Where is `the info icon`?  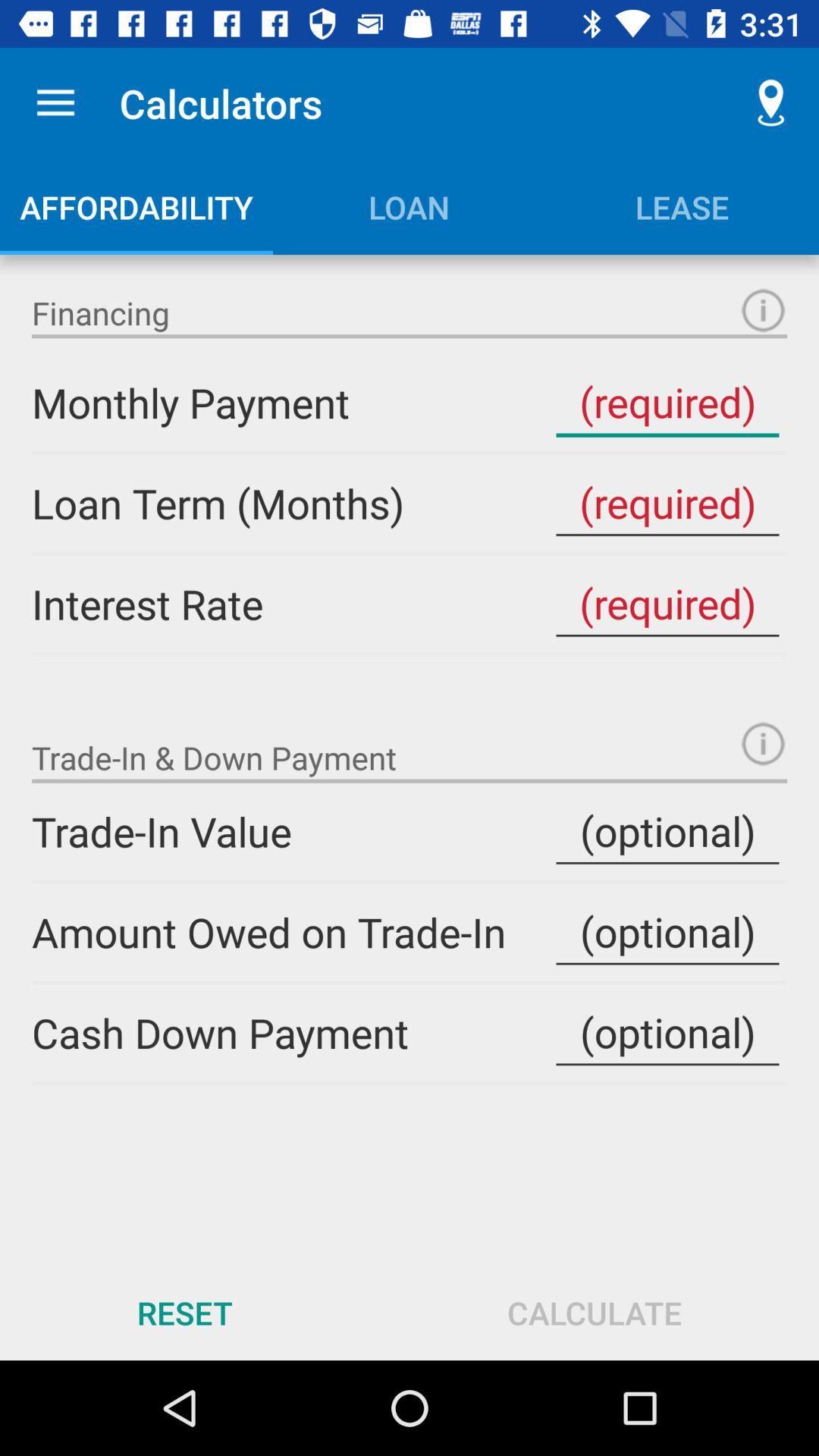 the info icon is located at coordinates (763, 309).